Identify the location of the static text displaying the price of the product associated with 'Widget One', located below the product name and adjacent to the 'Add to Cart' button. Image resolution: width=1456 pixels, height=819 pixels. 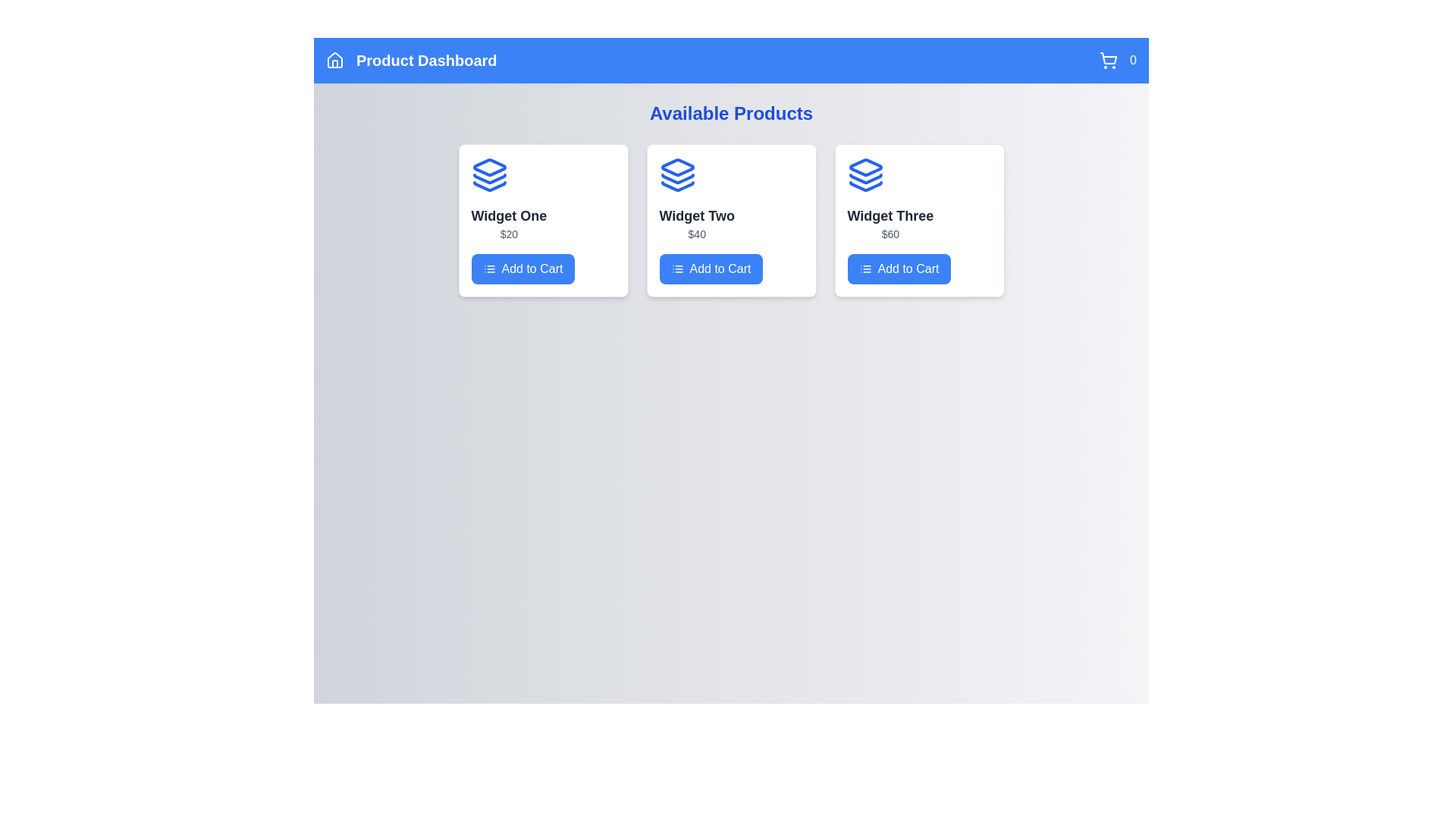
(509, 234).